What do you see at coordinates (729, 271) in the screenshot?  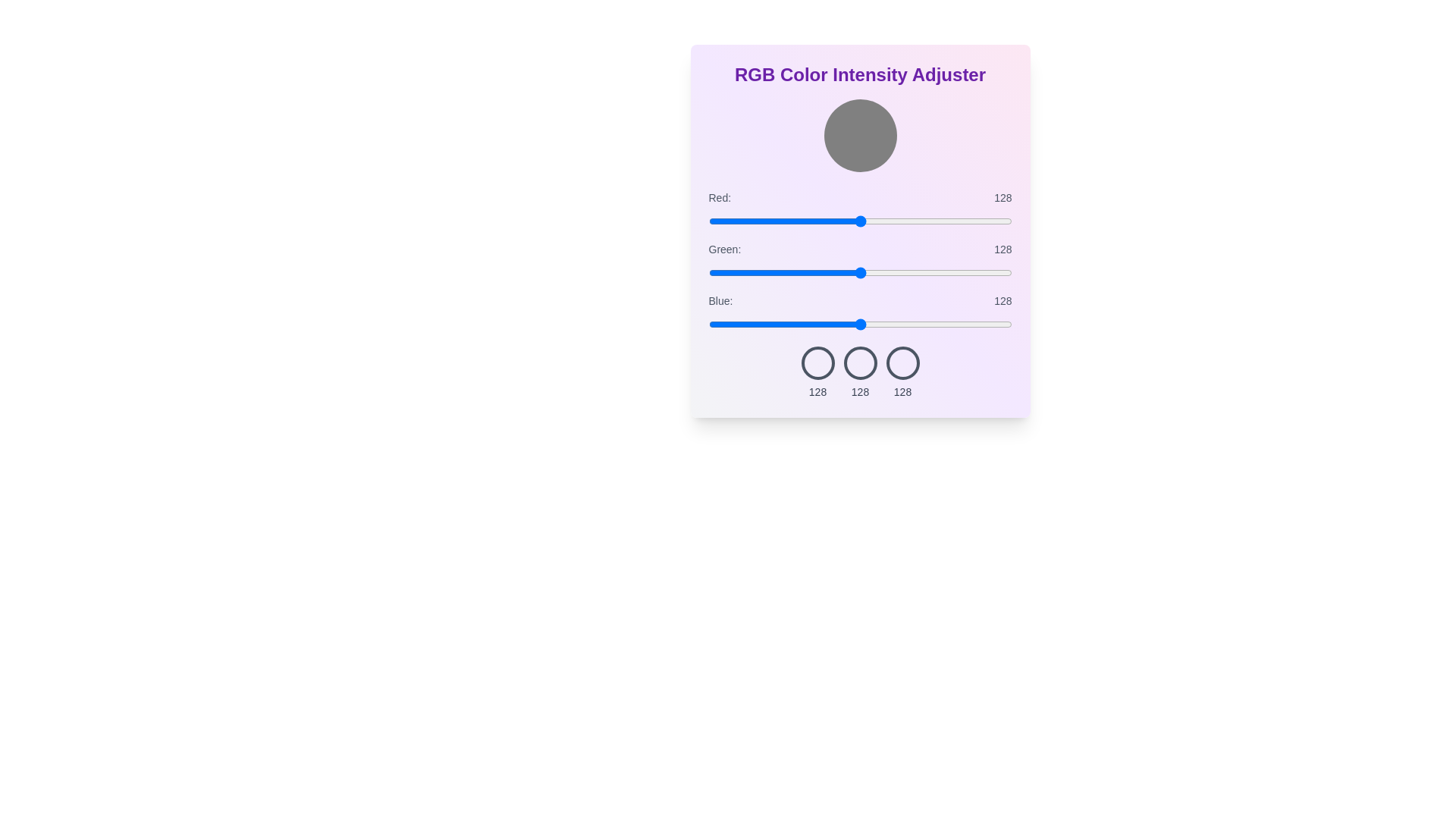 I see `the green slider to set its intensity to 17` at bounding box center [729, 271].